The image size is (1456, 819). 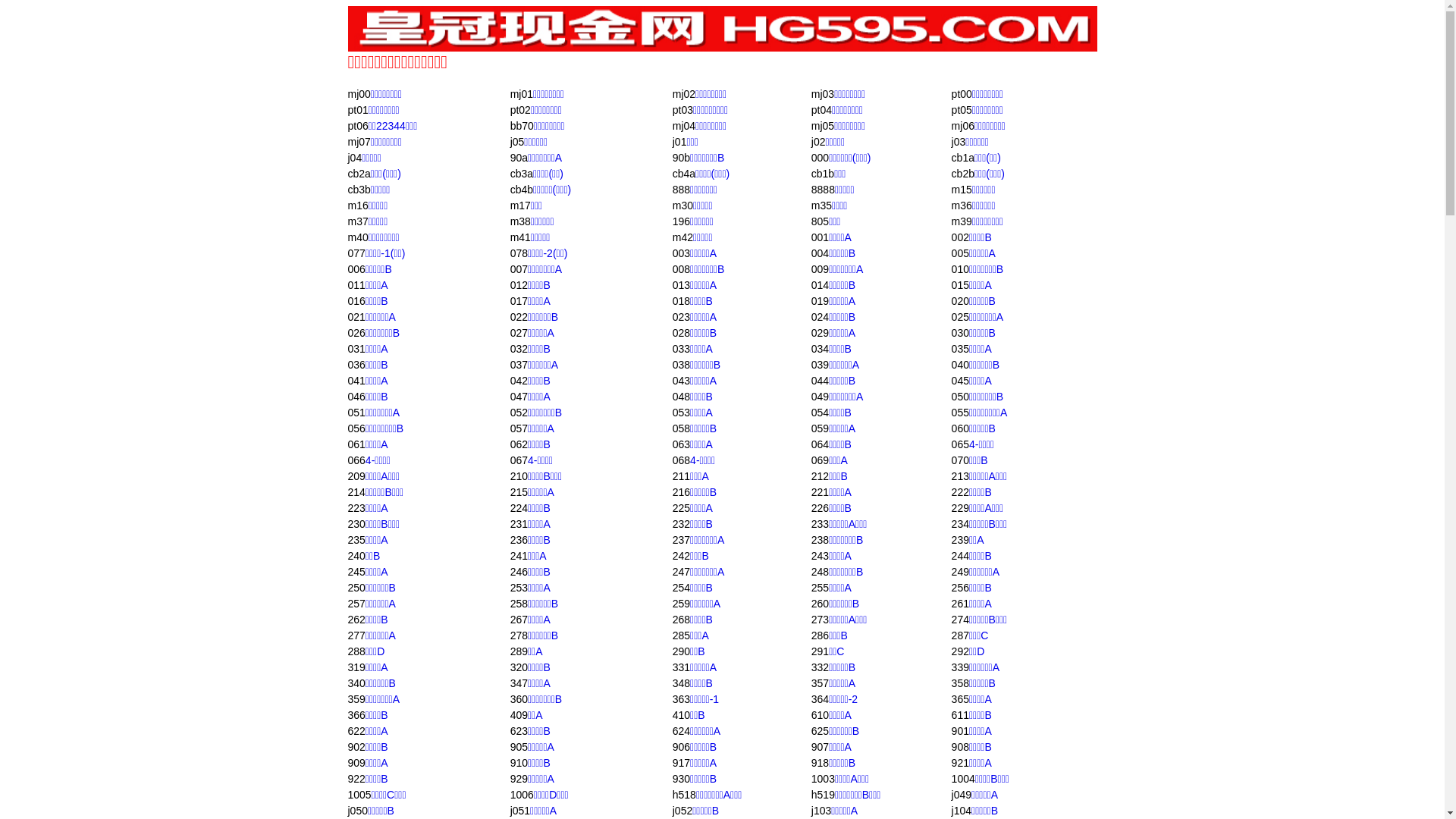 I want to click on 'pt01', so click(x=356, y=109).